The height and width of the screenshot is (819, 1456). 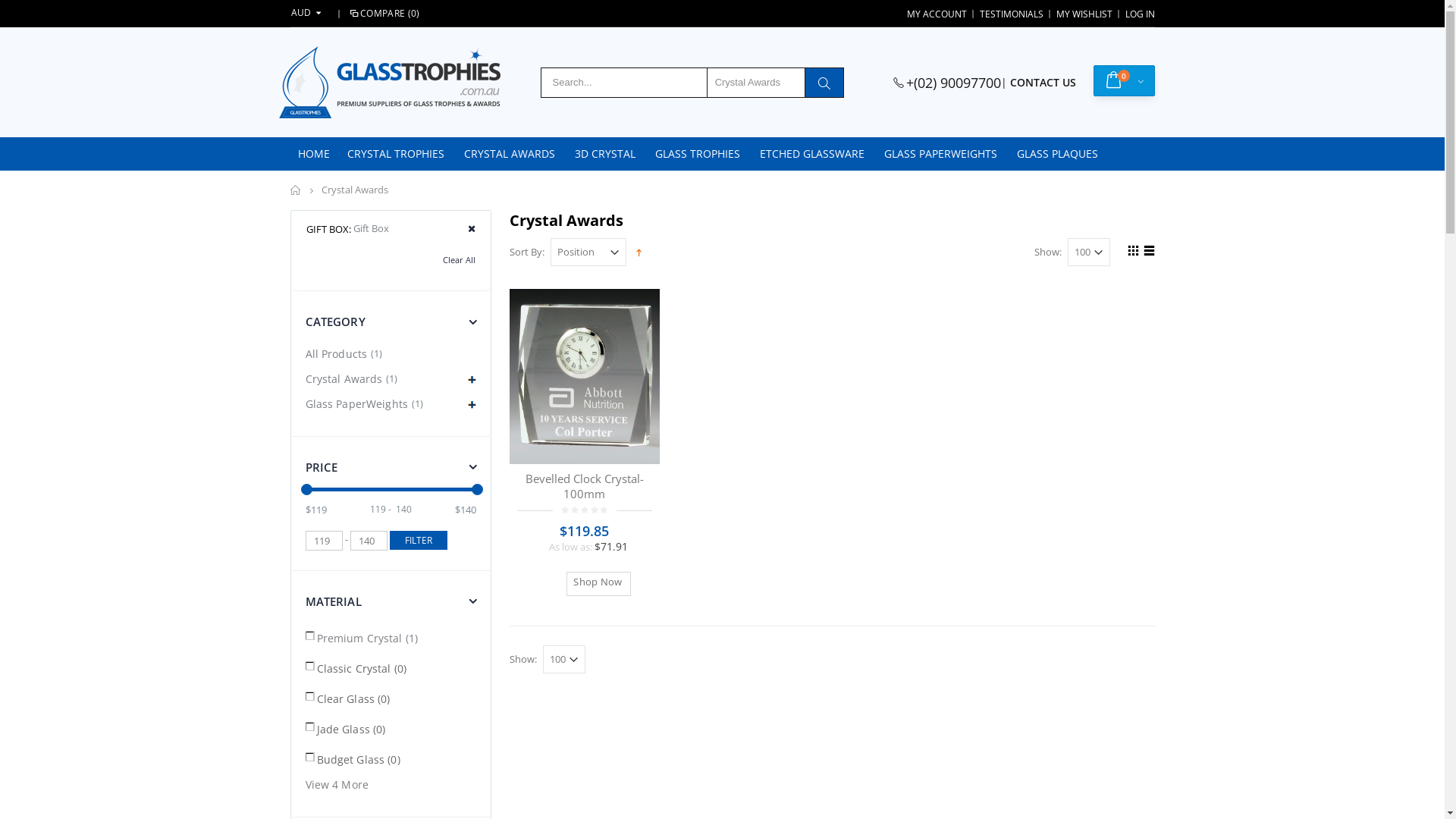 I want to click on 'Remove This Item', so click(x=466, y=229).